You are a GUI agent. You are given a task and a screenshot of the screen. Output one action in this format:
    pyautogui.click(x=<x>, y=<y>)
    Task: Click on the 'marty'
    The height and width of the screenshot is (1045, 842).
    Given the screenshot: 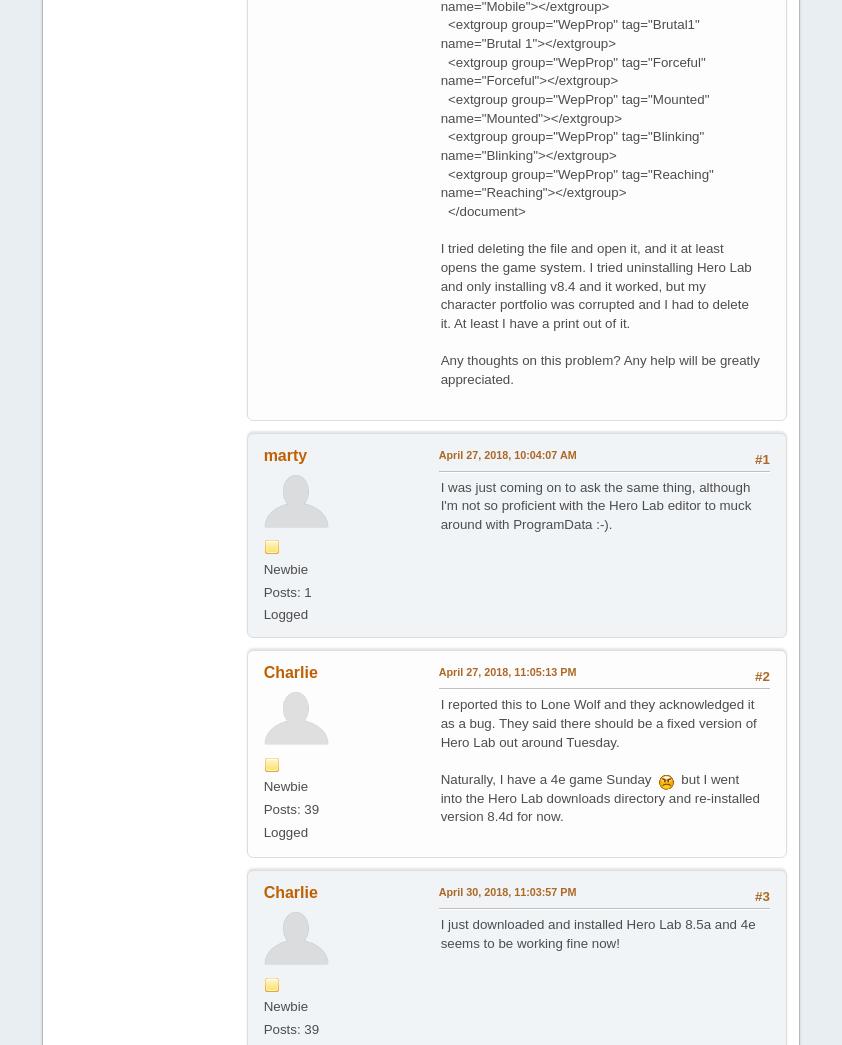 What is the action you would take?
    pyautogui.click(x=285, y=454)
    